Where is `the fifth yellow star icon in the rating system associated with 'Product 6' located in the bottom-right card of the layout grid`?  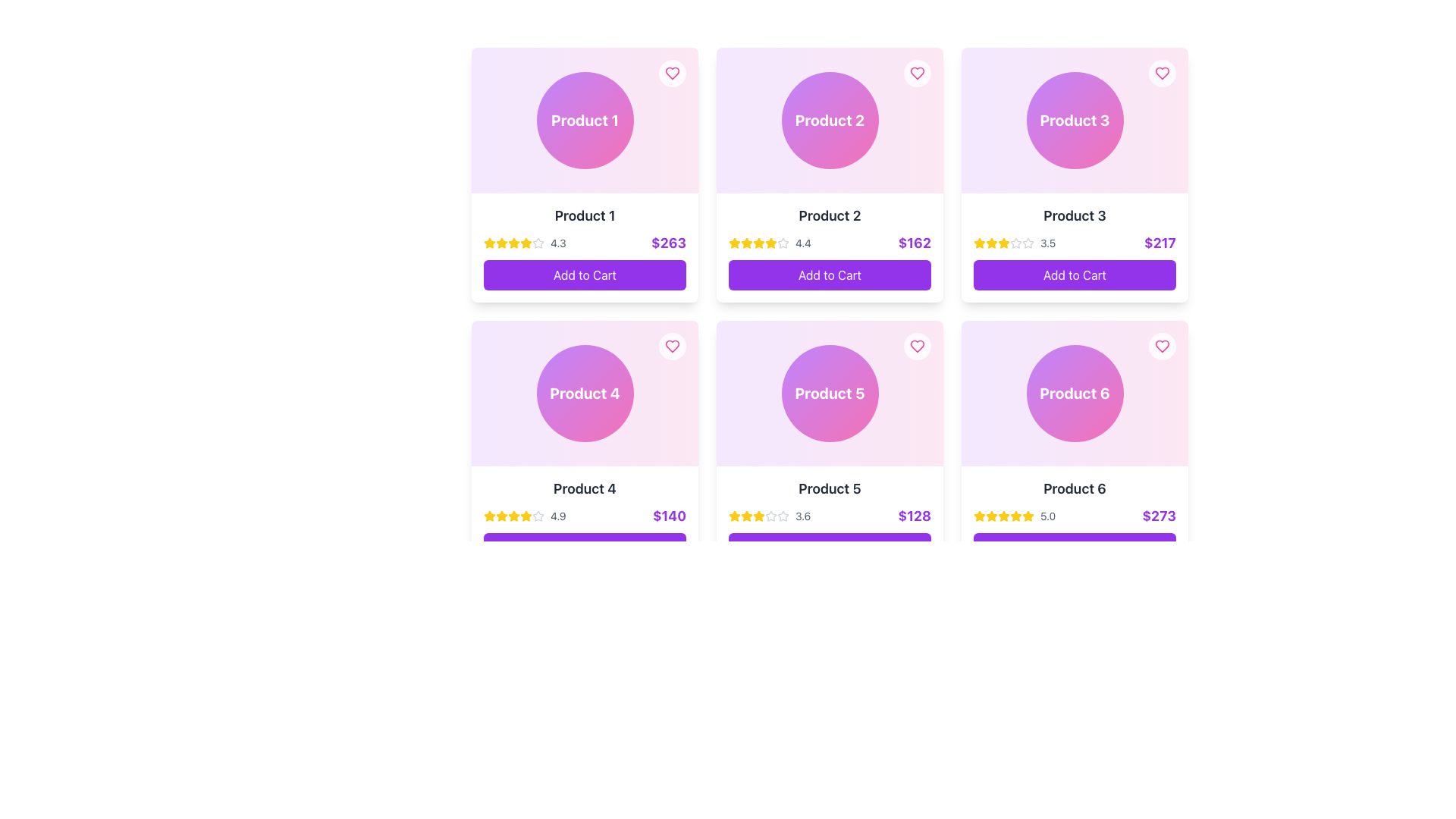
the fifth yellow star icon in the rating system associated with 'Product 6' located in the bottom-right card of the layout grid is located at coordinates (979, 515).